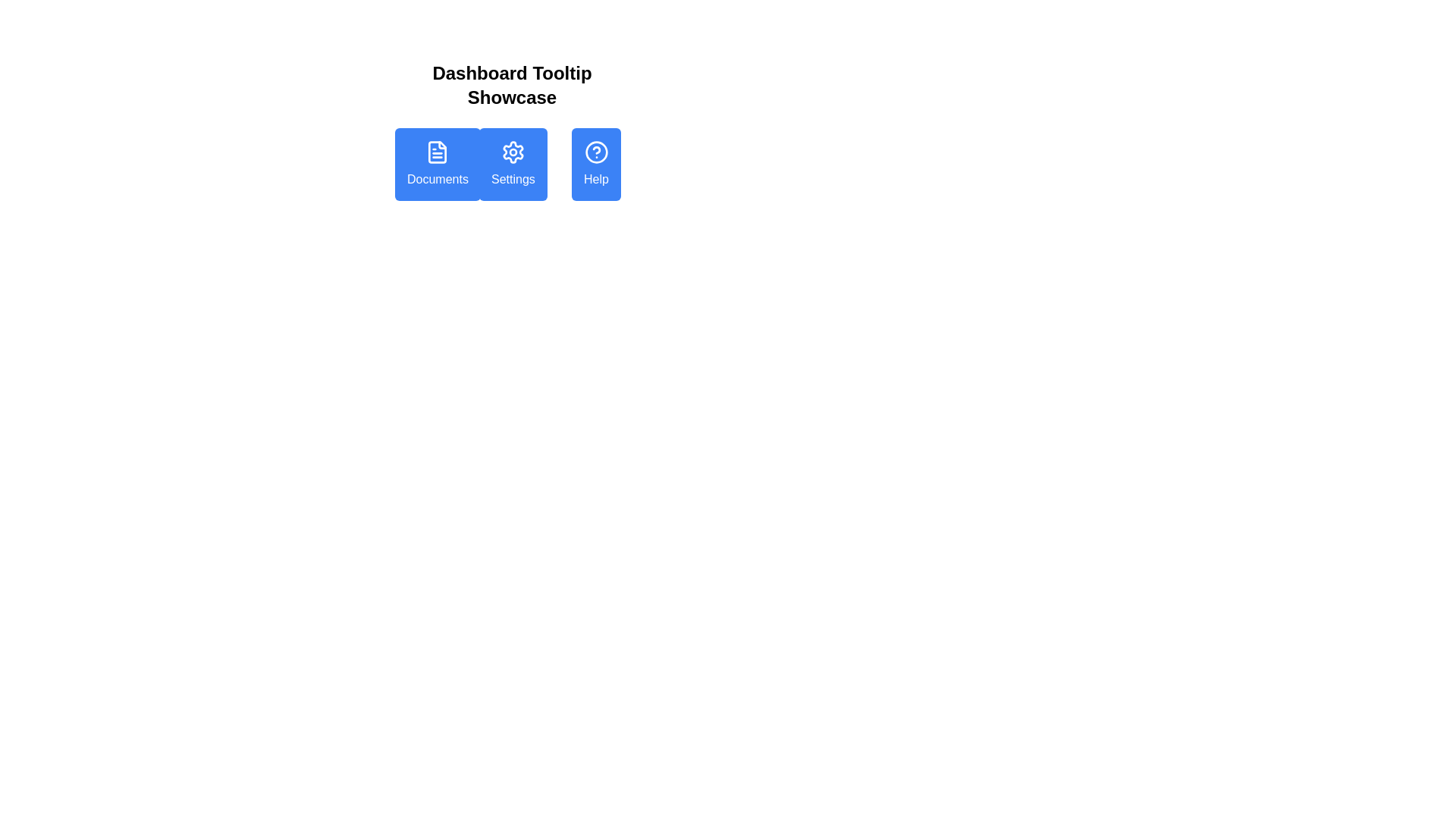  I want to click on the 'Documents' button that contains a minimalist document icon, which is the first button from the left in a row of three buttons, so click(436, 152).